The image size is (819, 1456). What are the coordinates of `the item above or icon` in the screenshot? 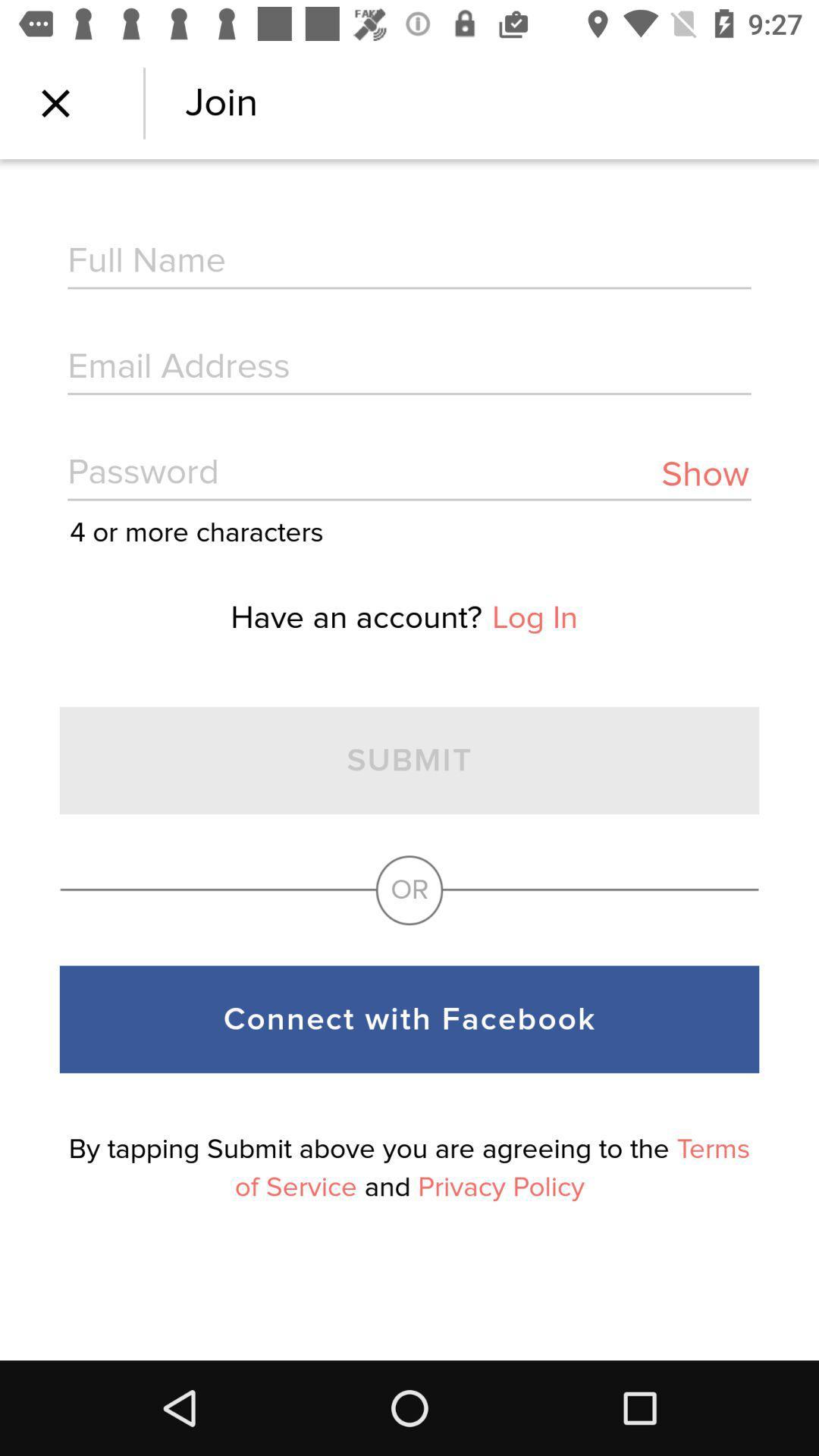 It's located at (534, 618).